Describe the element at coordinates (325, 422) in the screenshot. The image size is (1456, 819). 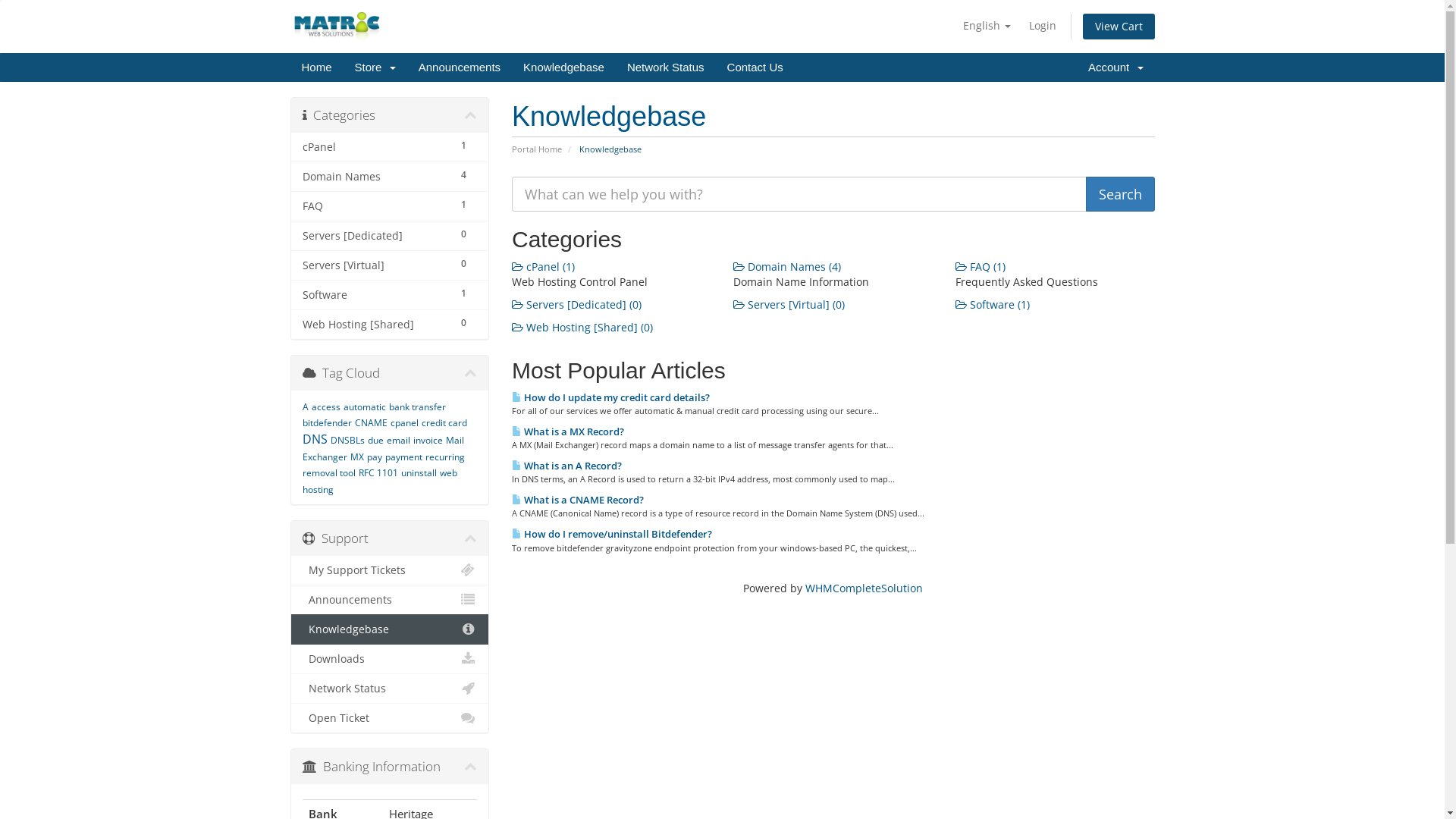
I see `'bitdefender'` at that location.